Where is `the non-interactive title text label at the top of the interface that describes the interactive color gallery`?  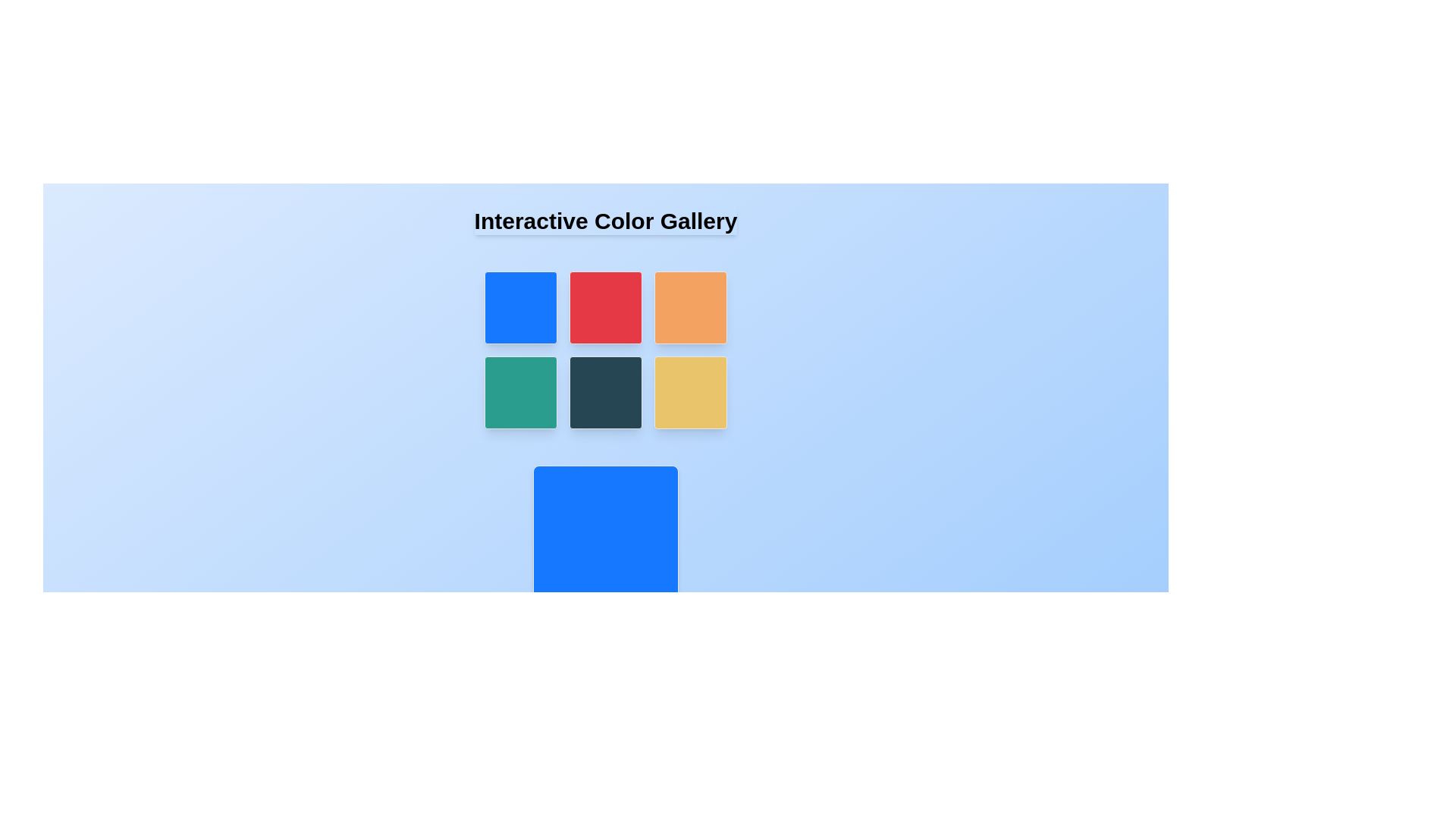 the non-interactive title text label at the top of the interface that describes the interactive color gallery is located at coordinates (604, 221).